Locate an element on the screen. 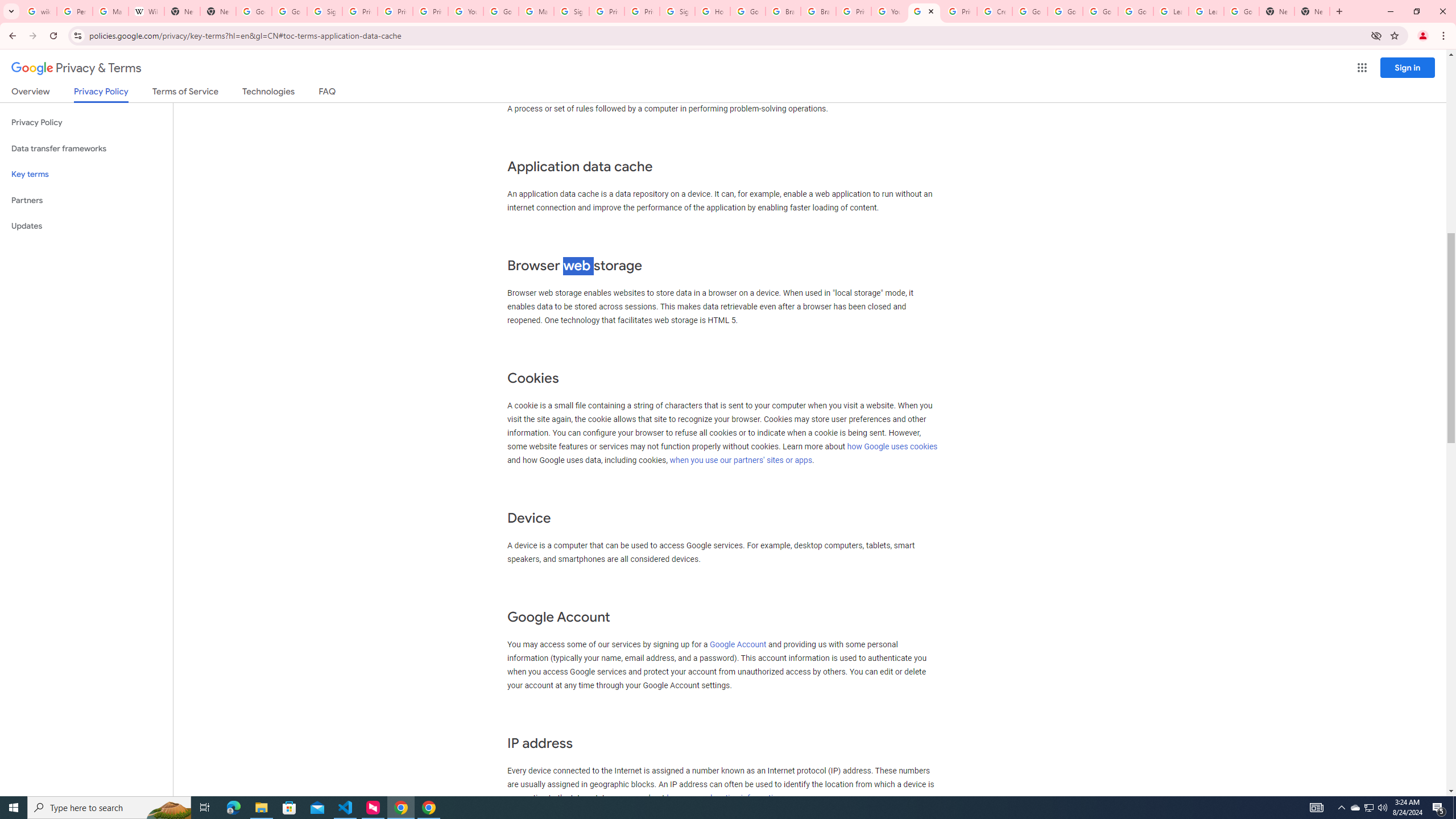 This screenshot has height=819, width=1456. 'New Tab' is located at coordinates (1277, 11).